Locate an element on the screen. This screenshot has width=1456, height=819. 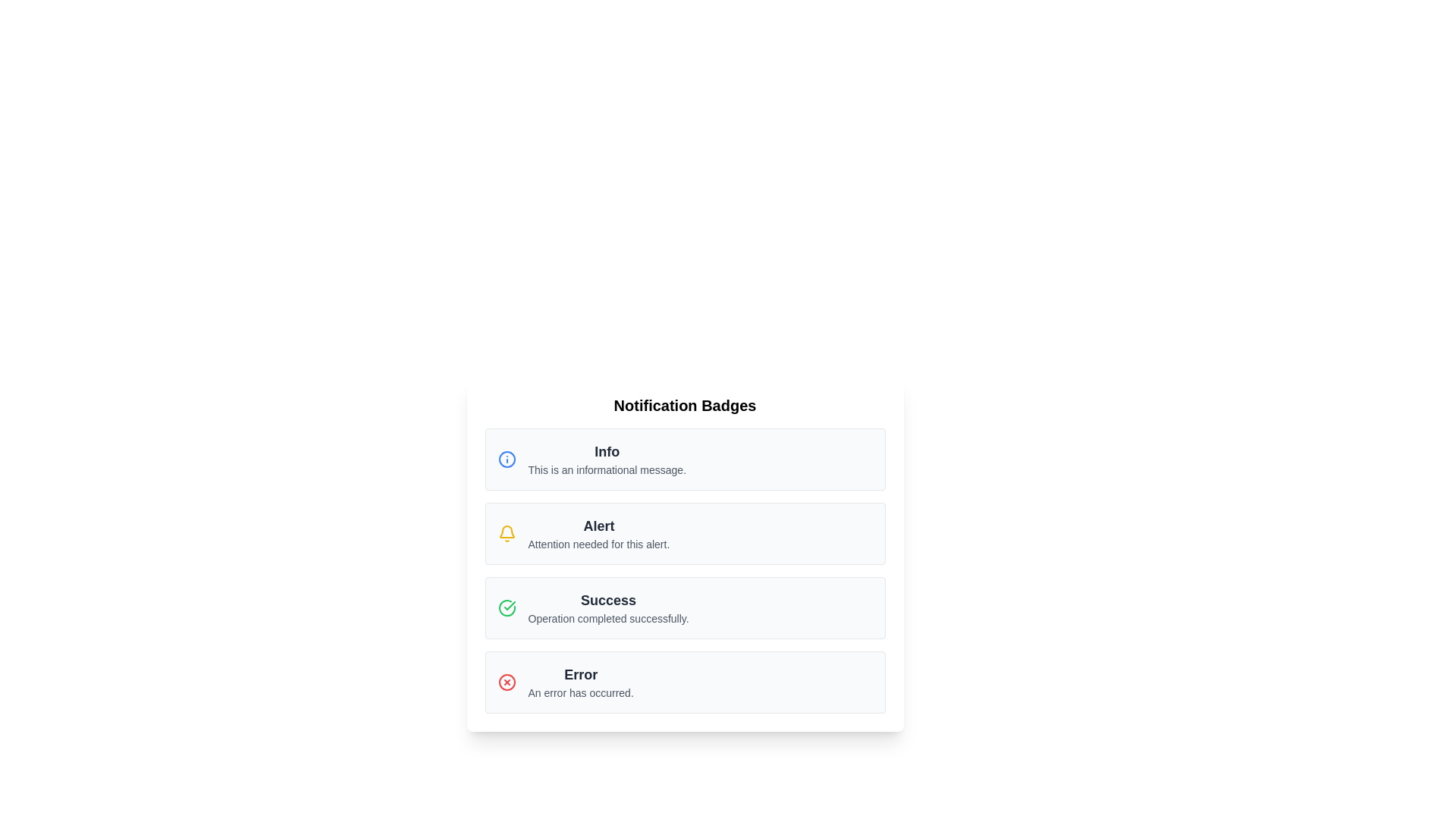
text from the Text Header located at the very top of the list section, which serves as a title or section header providing context for the content below is located at coordinates (684, 405).